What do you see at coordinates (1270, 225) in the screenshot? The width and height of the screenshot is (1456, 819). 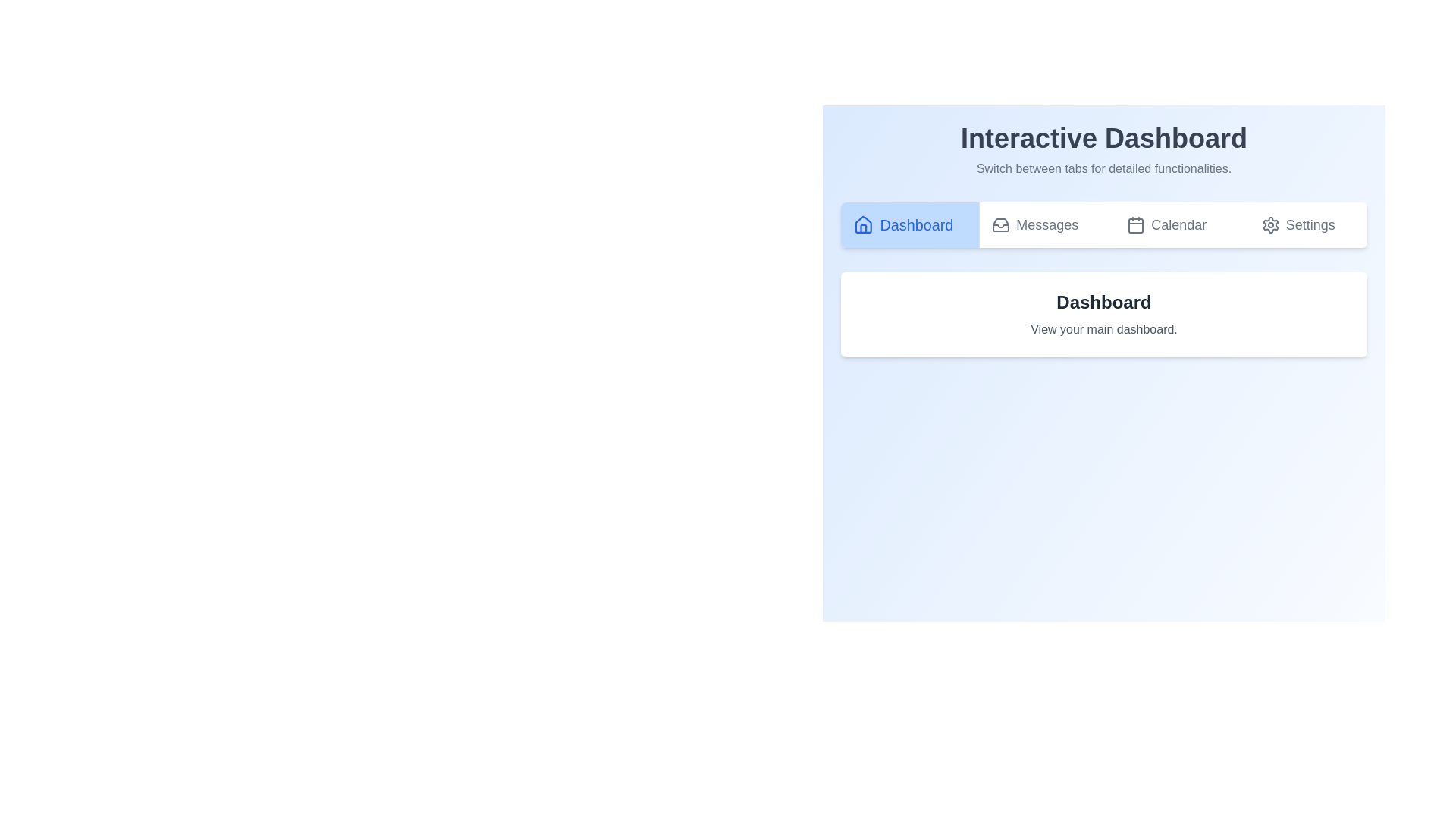 I see `the 'Settings' icon located on the right side of the top navigation bar, which visually represents the 'Settings' feature` at bounding box center [1270, 225].